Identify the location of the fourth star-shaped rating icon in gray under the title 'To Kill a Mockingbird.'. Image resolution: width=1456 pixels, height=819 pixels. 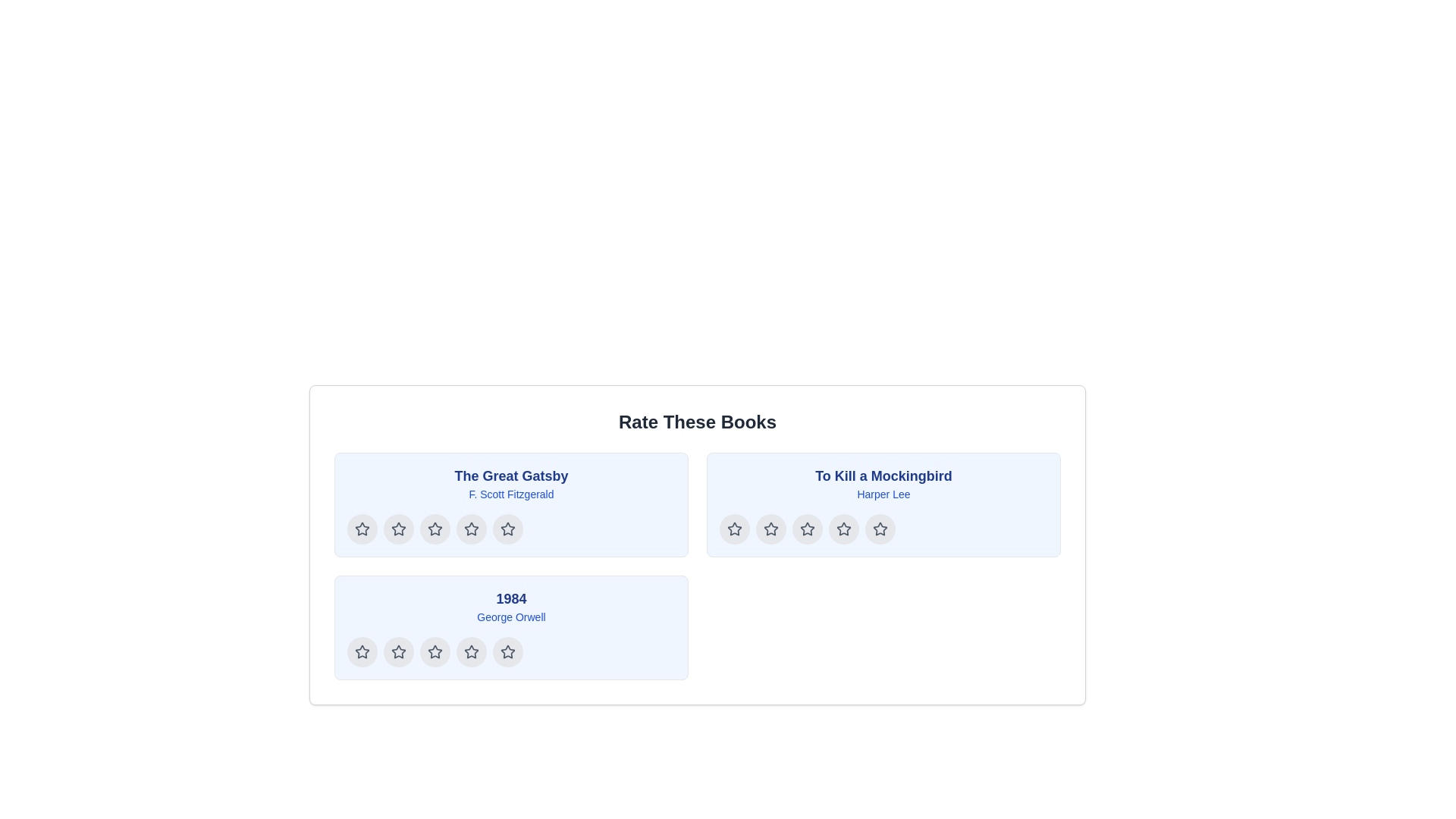
(843, 529).